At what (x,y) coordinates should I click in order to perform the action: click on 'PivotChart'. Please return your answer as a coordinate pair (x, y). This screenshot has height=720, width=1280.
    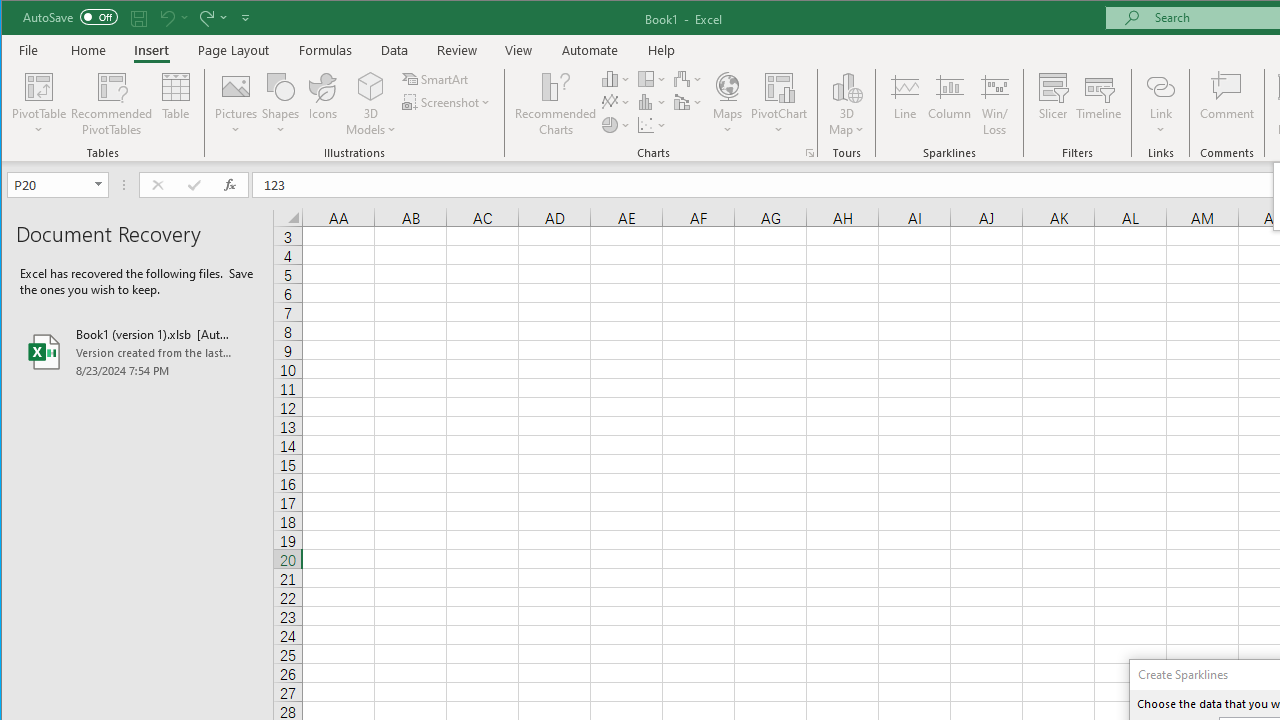
    Looking at the image, I should click on (778, 85).